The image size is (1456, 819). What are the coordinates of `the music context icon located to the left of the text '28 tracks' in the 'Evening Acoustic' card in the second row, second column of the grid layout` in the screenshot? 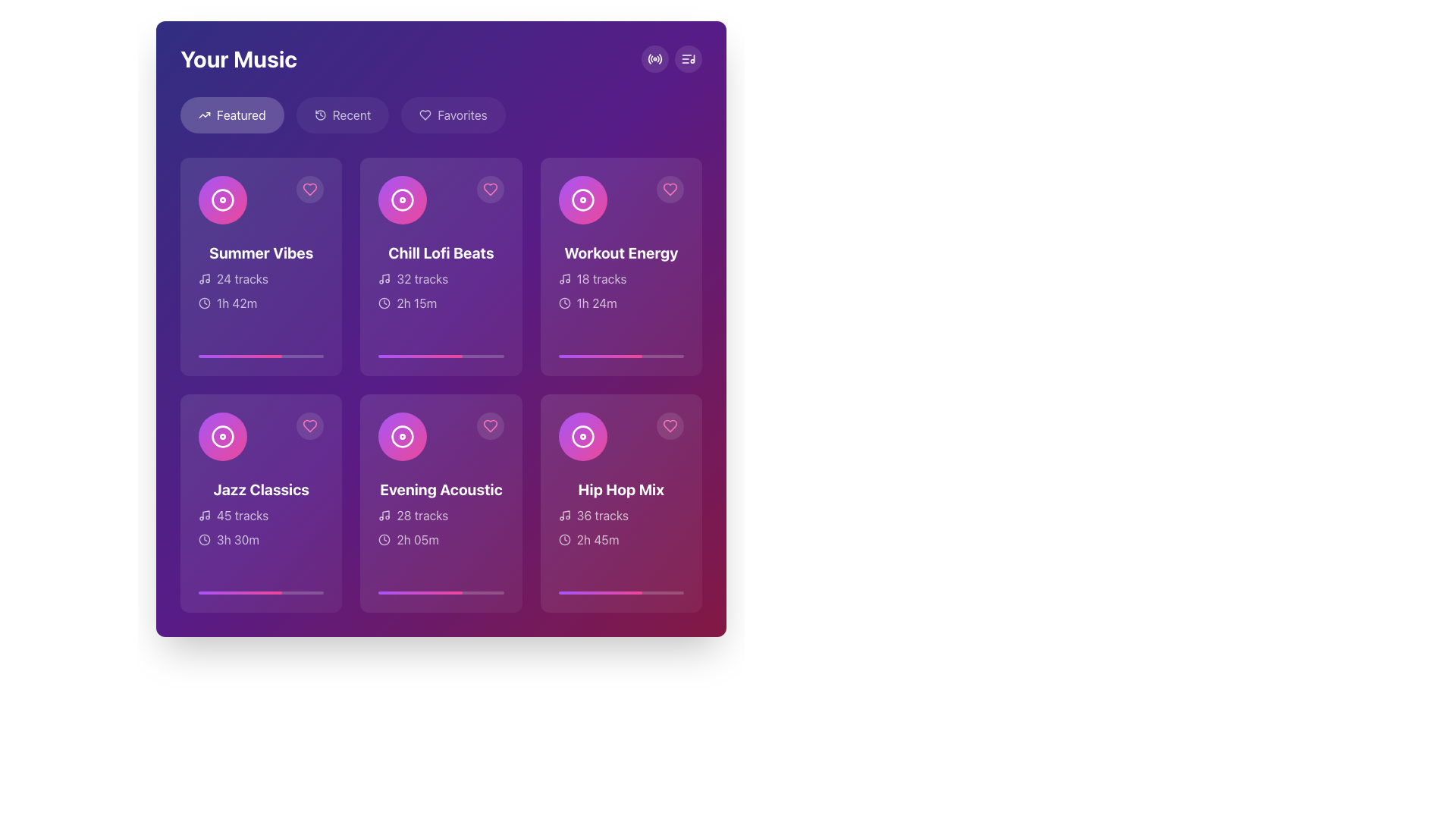 It's located at (384, 514).